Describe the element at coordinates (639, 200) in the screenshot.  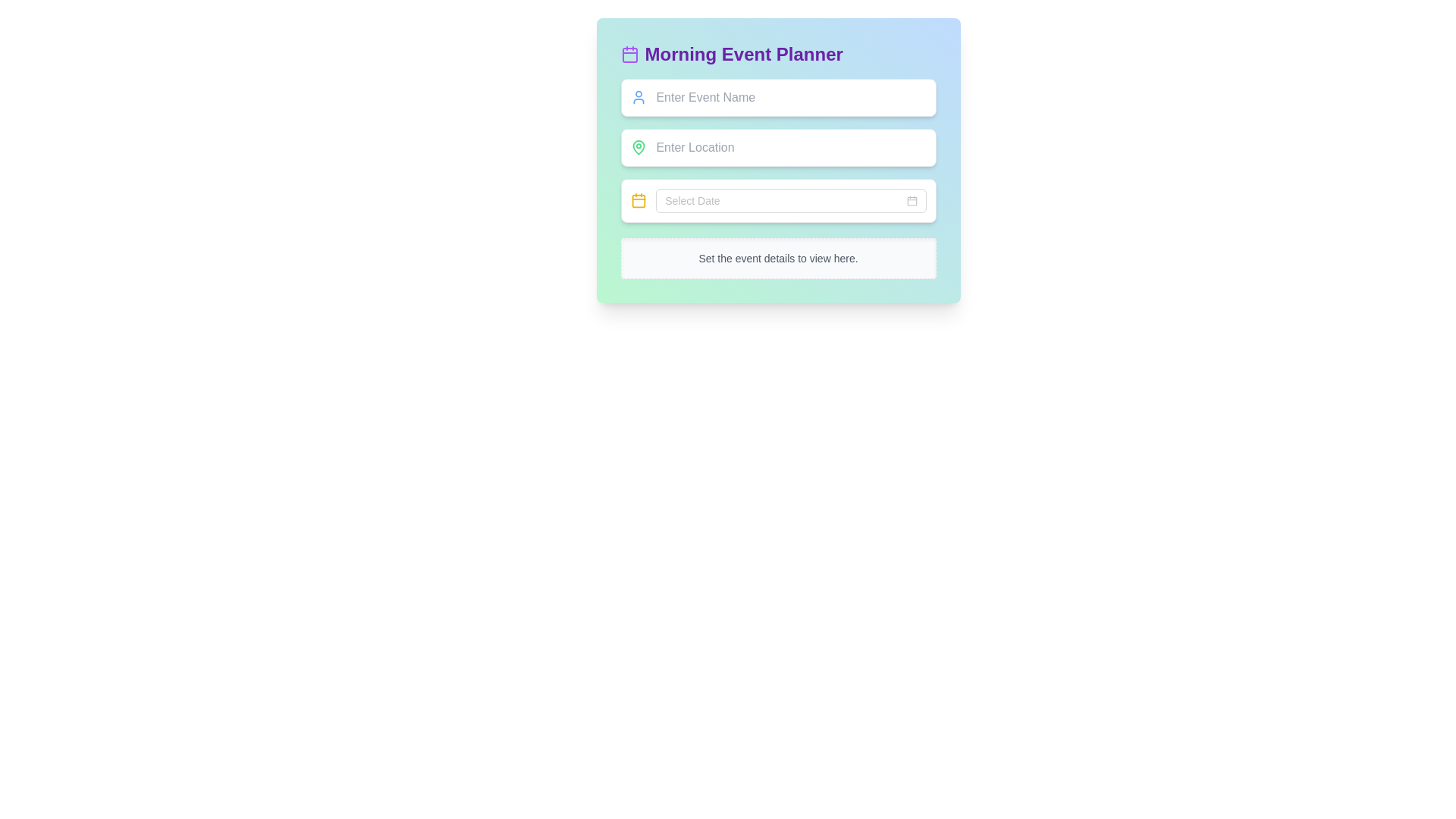
I see `yellow square icon with rounded corners within the calendar SVG graphic, which is positioned adjacent to the 'Select Date' text field` at that location.